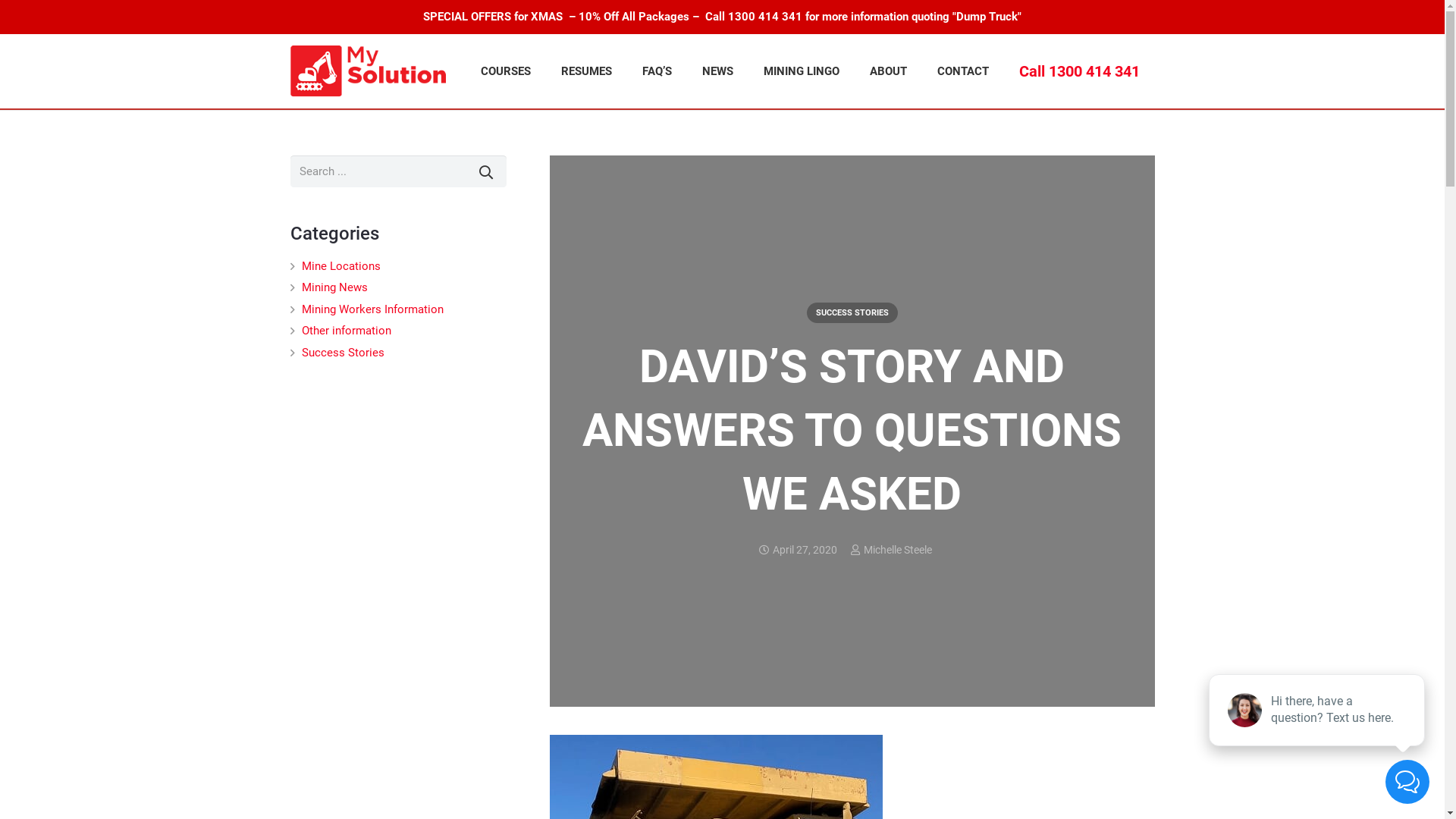 This screenshot has width=1456, height=819. I want to click on 'Michelle Steele', so click(896, 550).